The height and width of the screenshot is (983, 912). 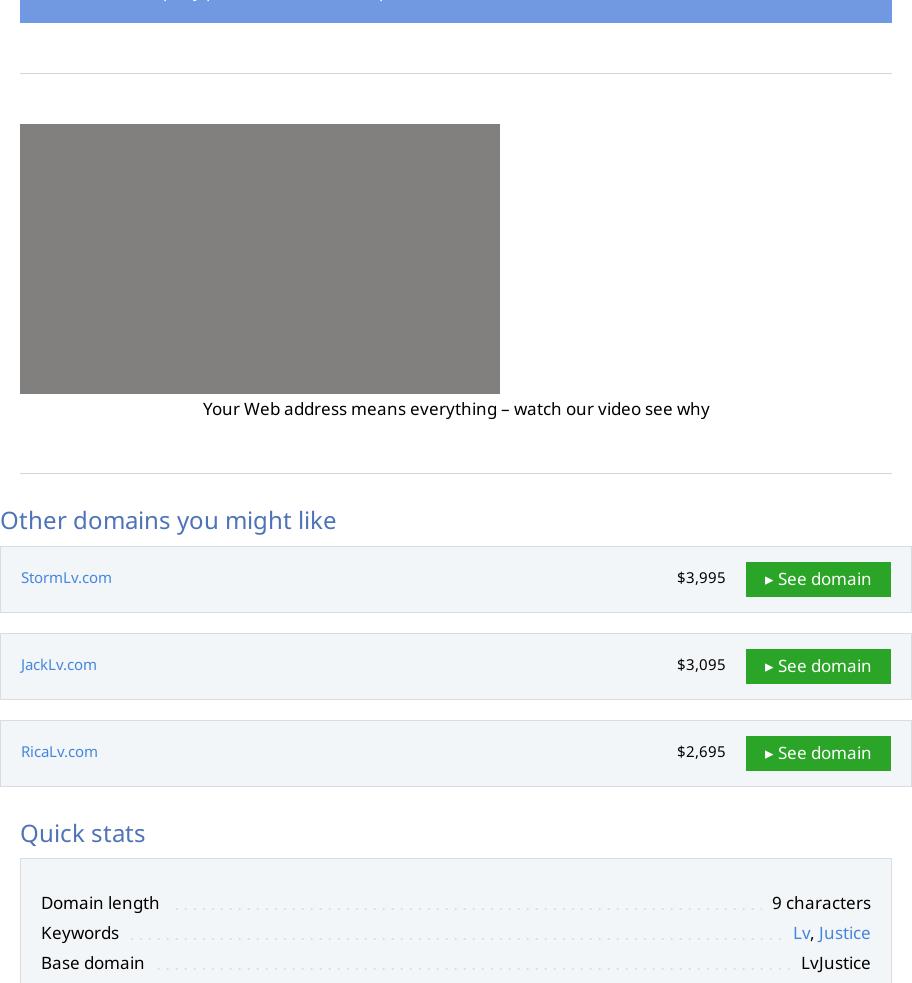 I want to click on 'RicaLv.com', so click(x=20, y=749).